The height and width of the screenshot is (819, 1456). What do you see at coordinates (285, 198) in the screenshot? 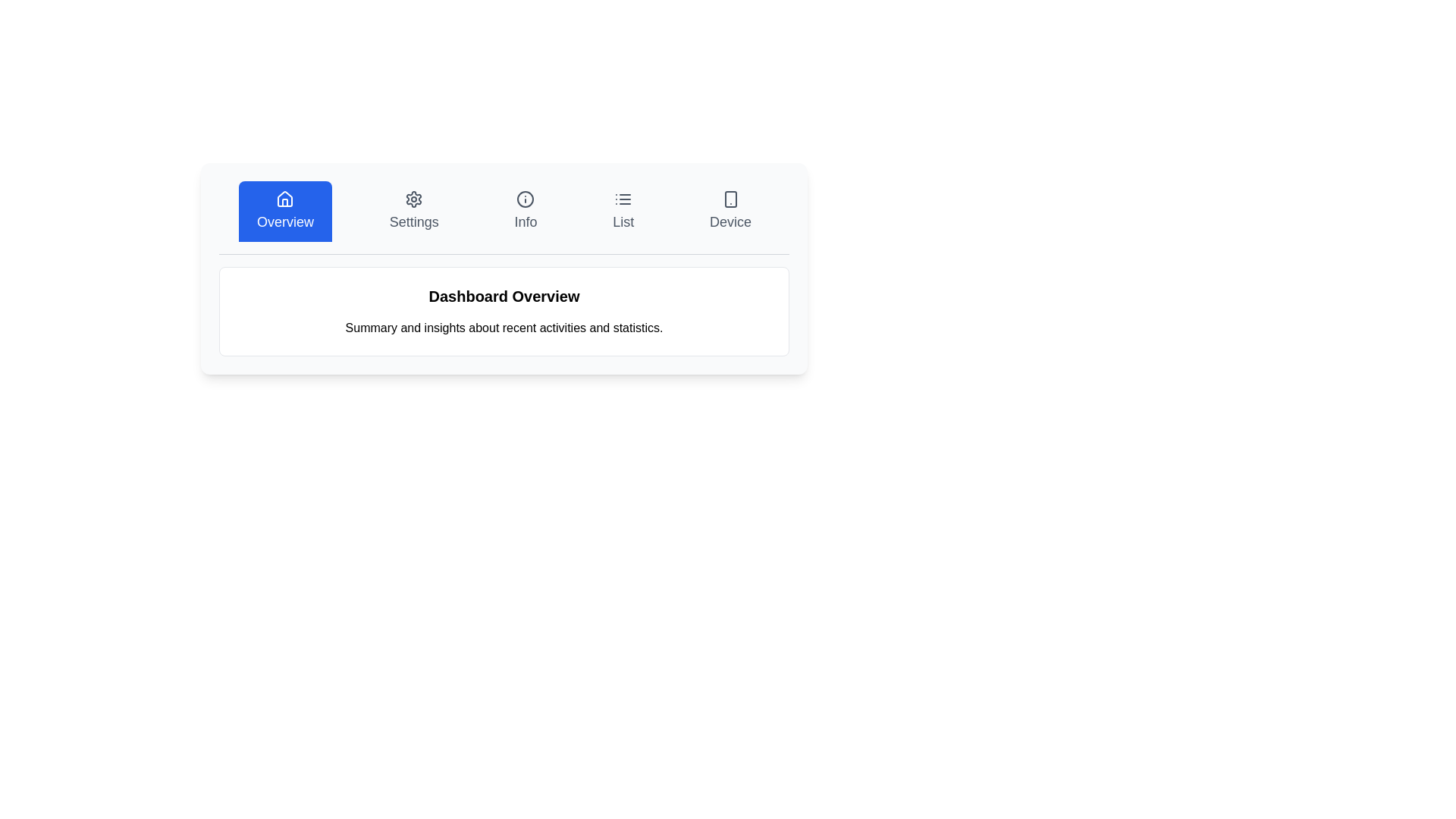
I see `the white house-like icon with a blue background, which is the top-leftmost element in the navigation bar` at bounding box center [285, 198].